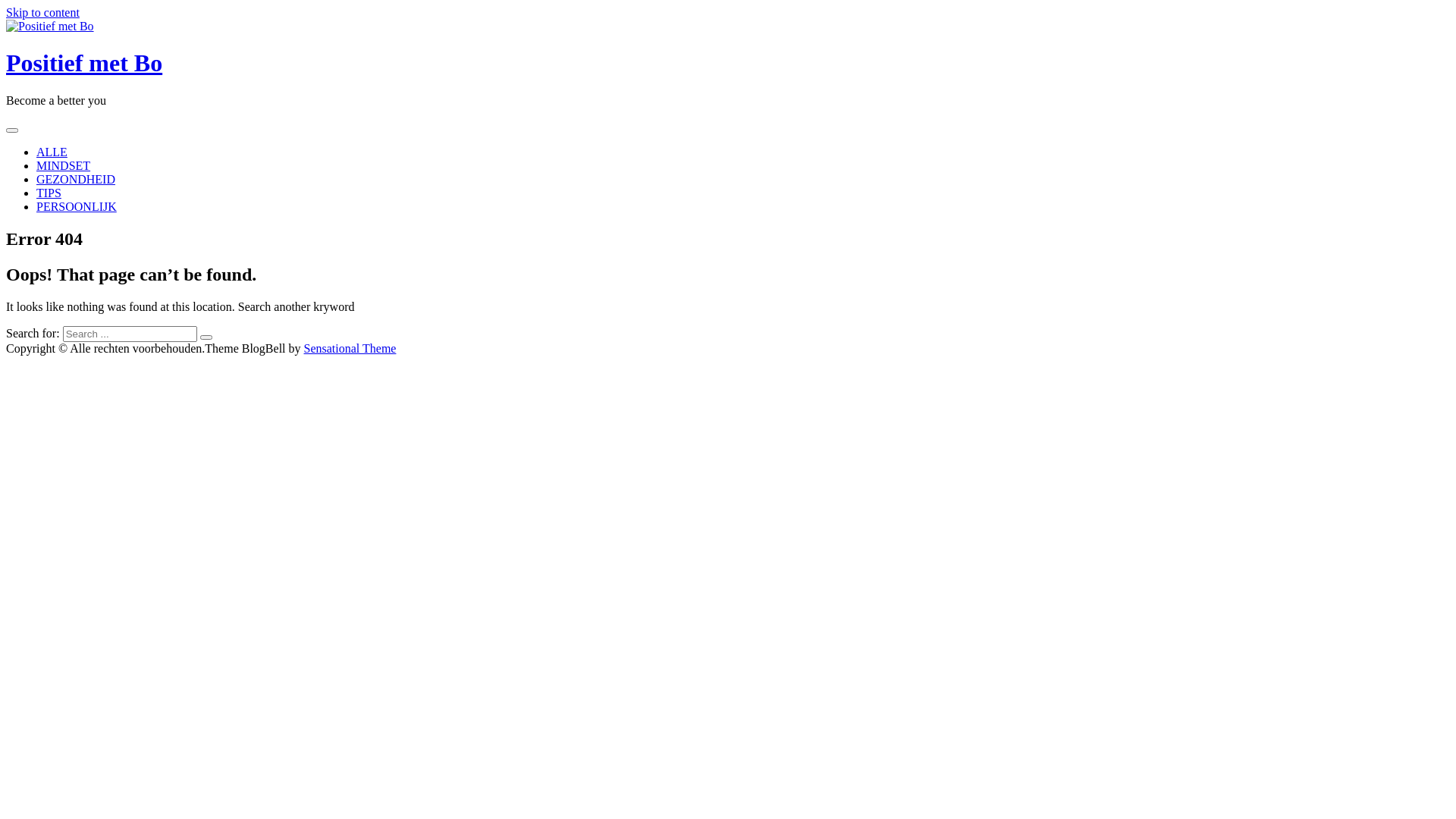 Image resolution: width=1456 pixels, height=819 pixels. What do you see at coordinates (206, 336) in the screenshot?
I see `'Search'` at bounding box center [206, 336].